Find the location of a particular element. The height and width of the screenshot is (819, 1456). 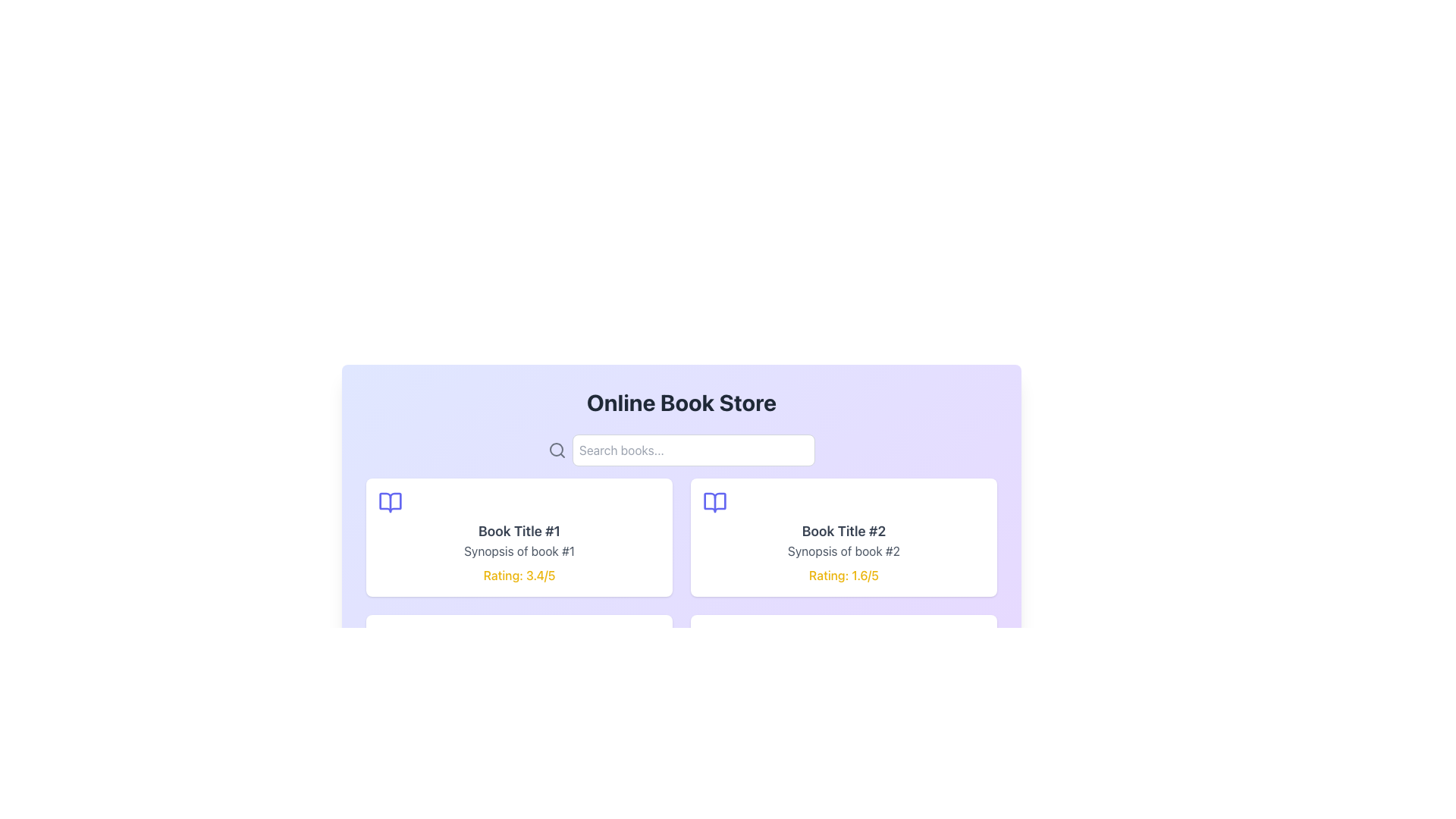

the book-related icon located at the top-left corner of the card titled 'Book Title #1', which is positioned directly above the title text is located at coordinates (390, 503).